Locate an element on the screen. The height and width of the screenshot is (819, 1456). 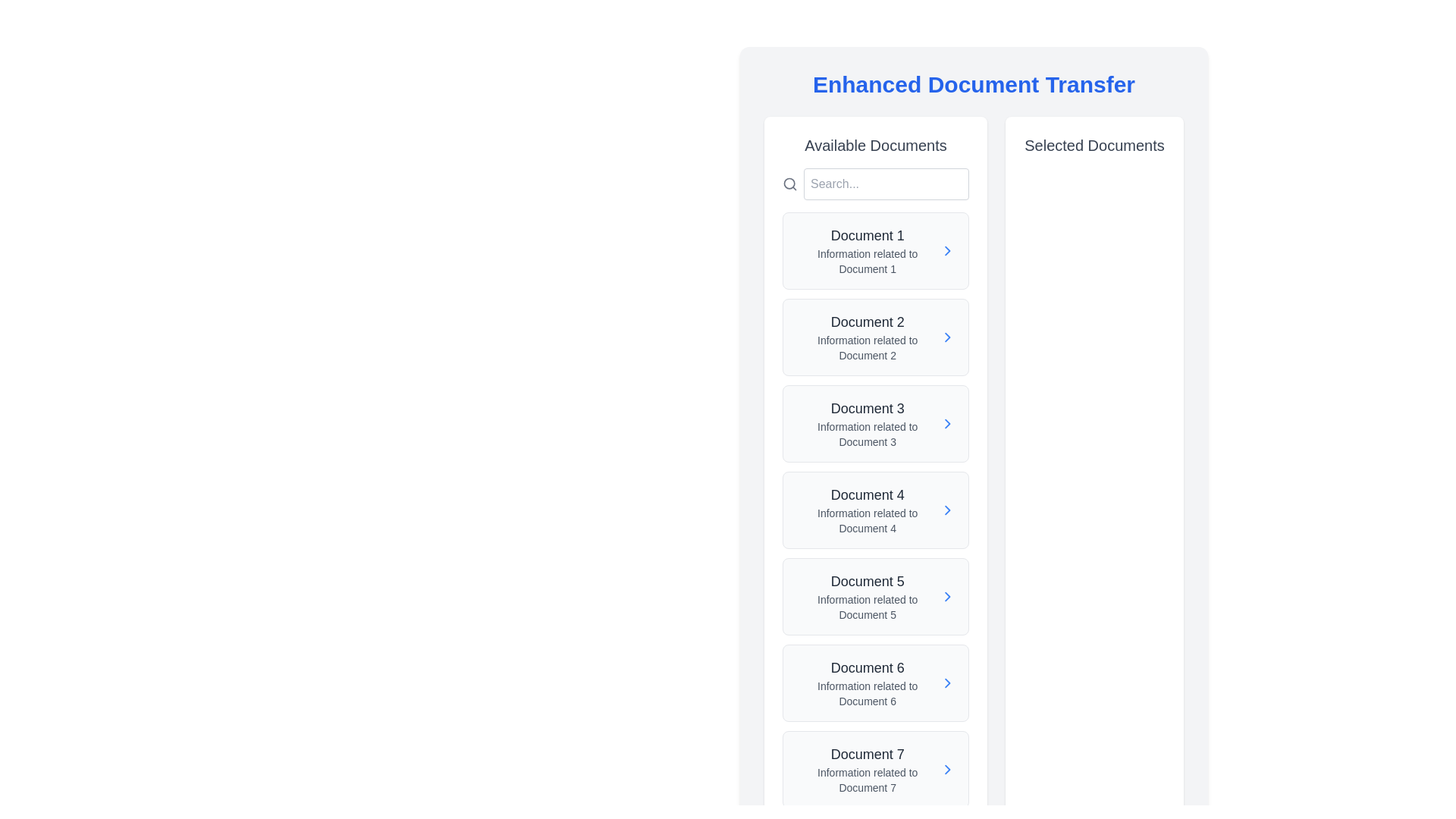
the Navigation arrow icon located next to 'Document 3' in the 'Available Documents' column is located at coordinates (947, 424).